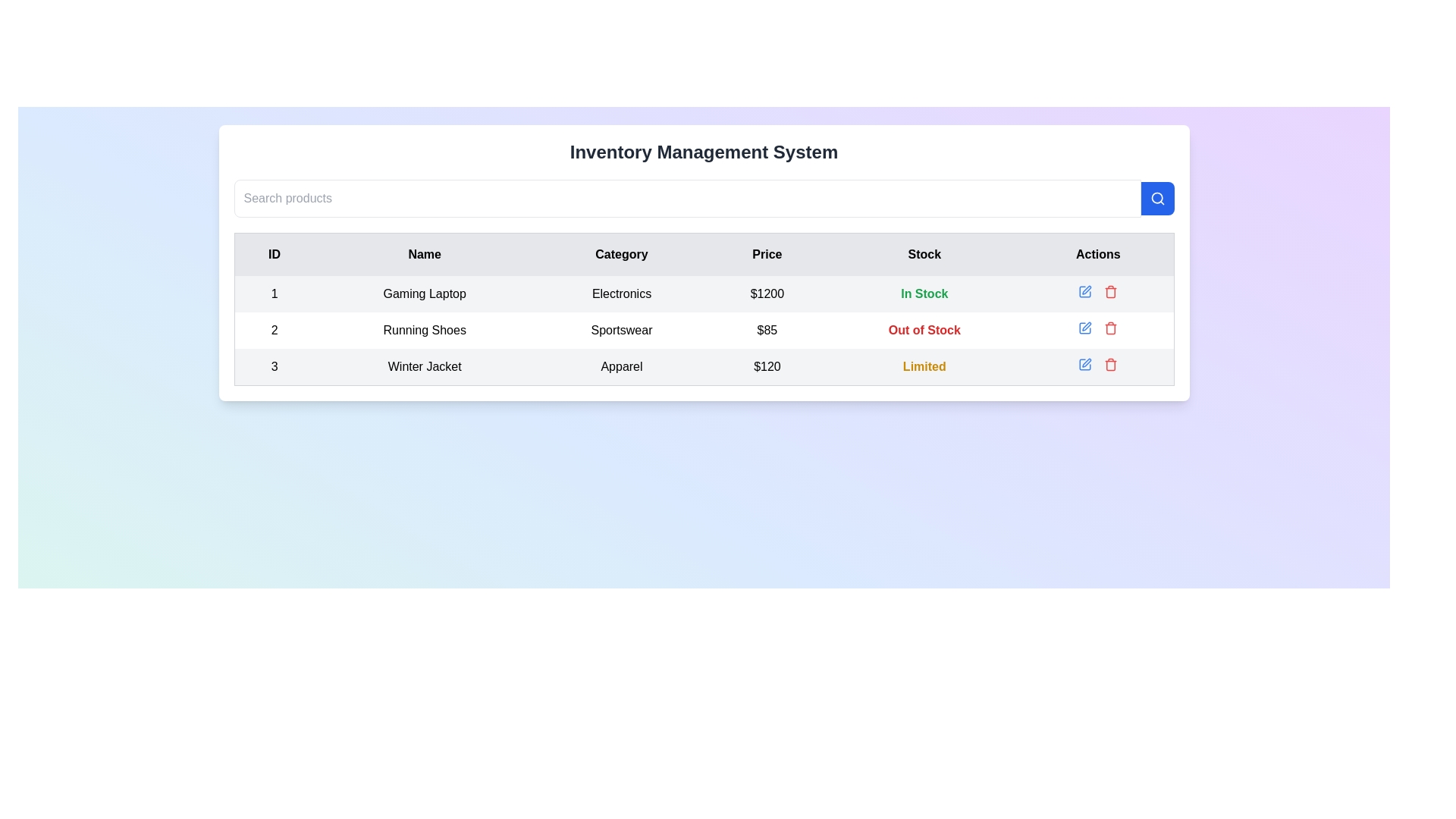 This screenshot has width=1456, height=819. I want to click on the static text element '2' located in the first cell of the second row under the 'ID' column of the table, so click(274, 329).